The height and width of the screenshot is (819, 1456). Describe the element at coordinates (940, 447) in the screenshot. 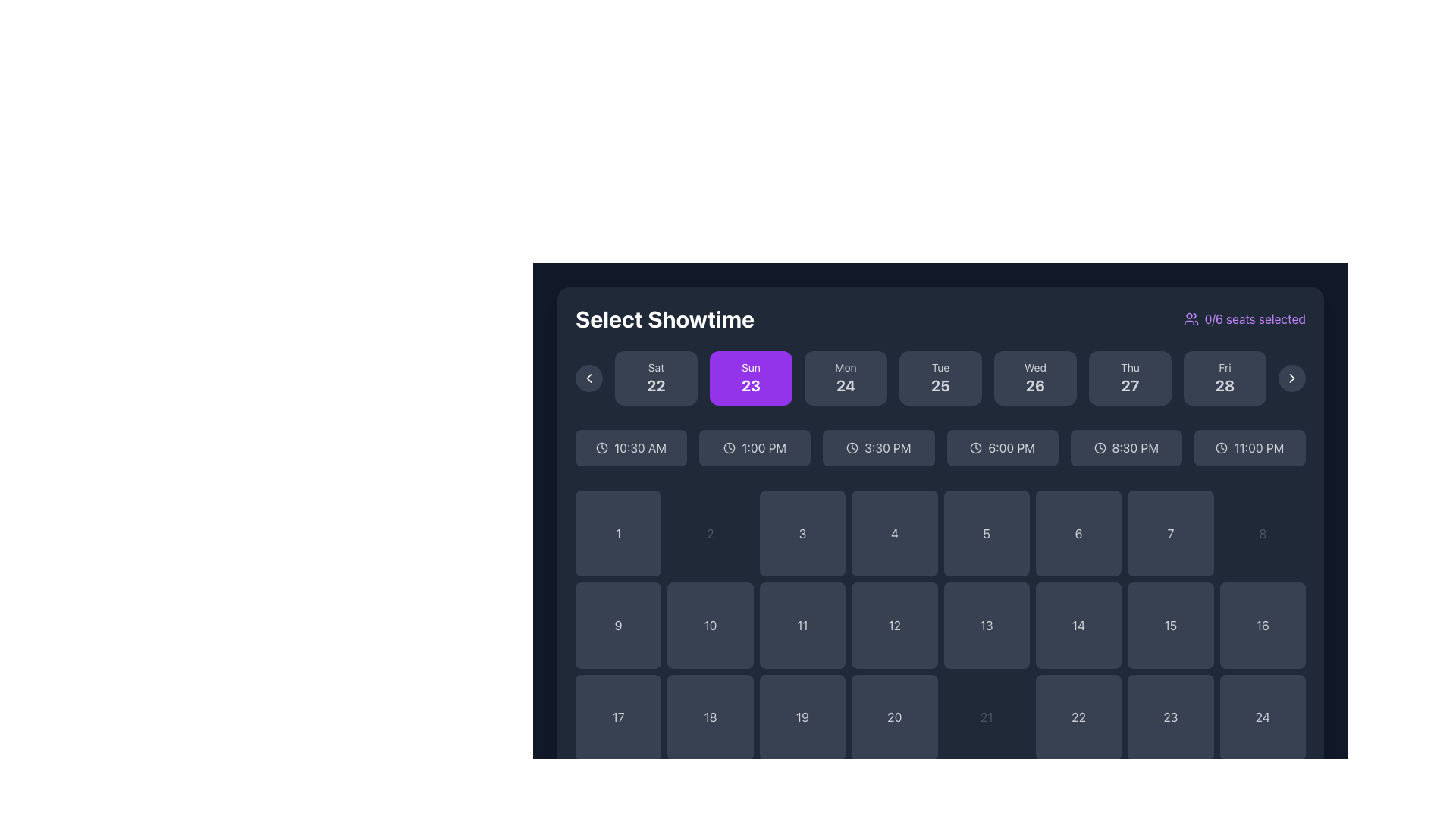

I see `the button in the horizontal group of clickable buttons for selecting a time slot, located beneath the title 'Select Showtime'` at that location.